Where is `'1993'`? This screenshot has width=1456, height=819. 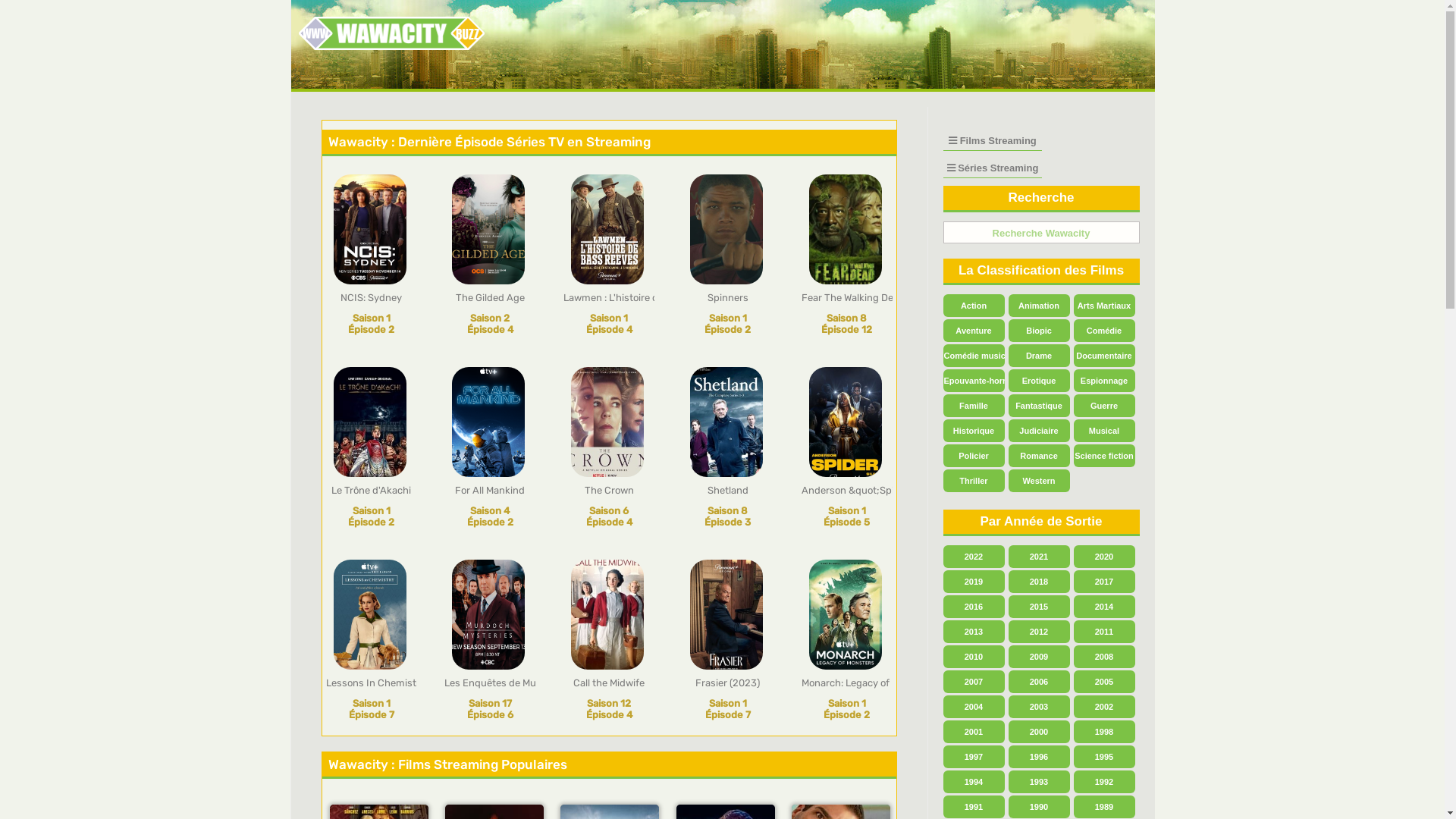 '1993' is located at coordinates (1038, 781).